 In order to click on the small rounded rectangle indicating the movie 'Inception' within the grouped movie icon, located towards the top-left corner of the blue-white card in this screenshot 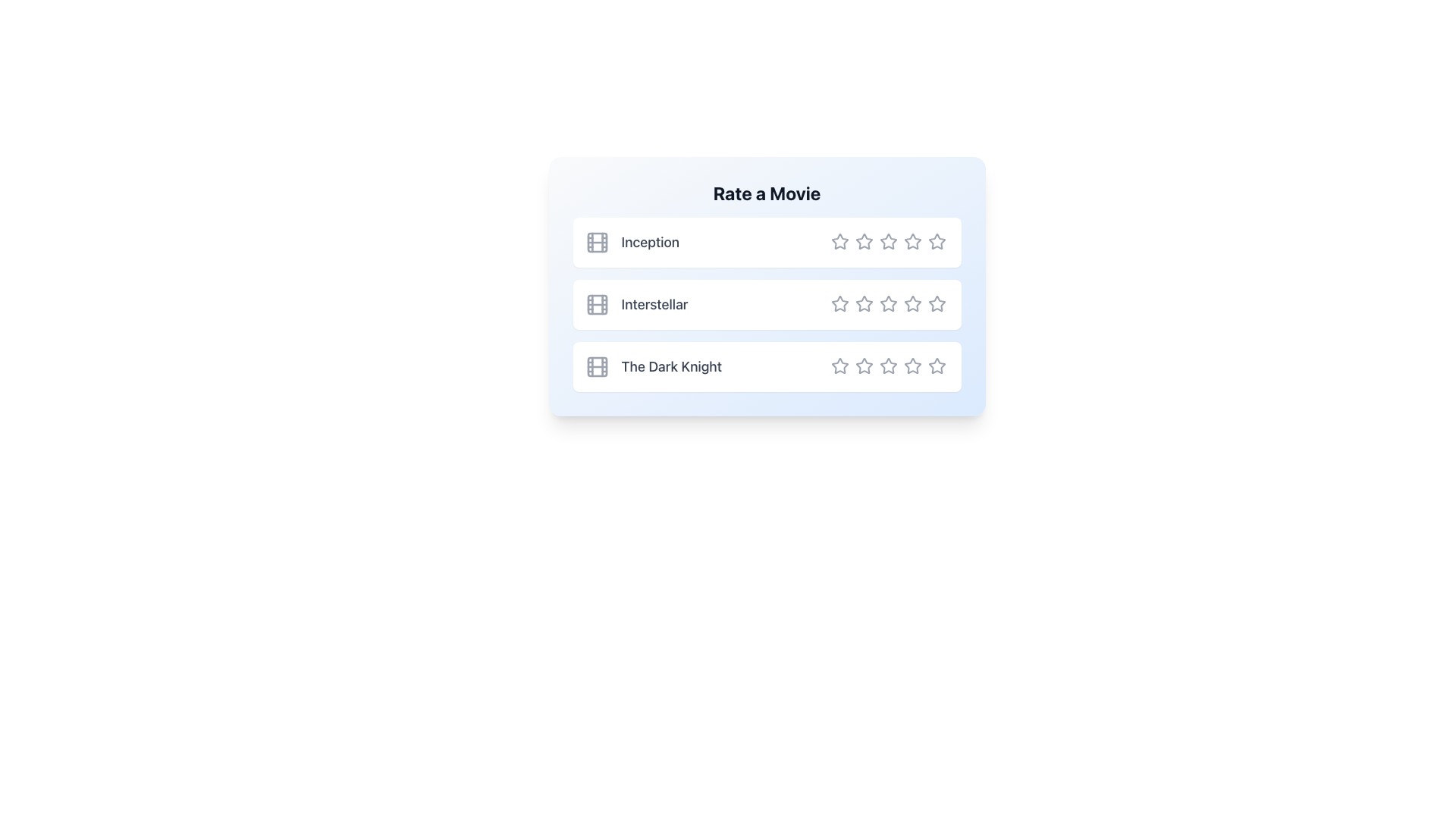, I will do `click(596, 242)`.